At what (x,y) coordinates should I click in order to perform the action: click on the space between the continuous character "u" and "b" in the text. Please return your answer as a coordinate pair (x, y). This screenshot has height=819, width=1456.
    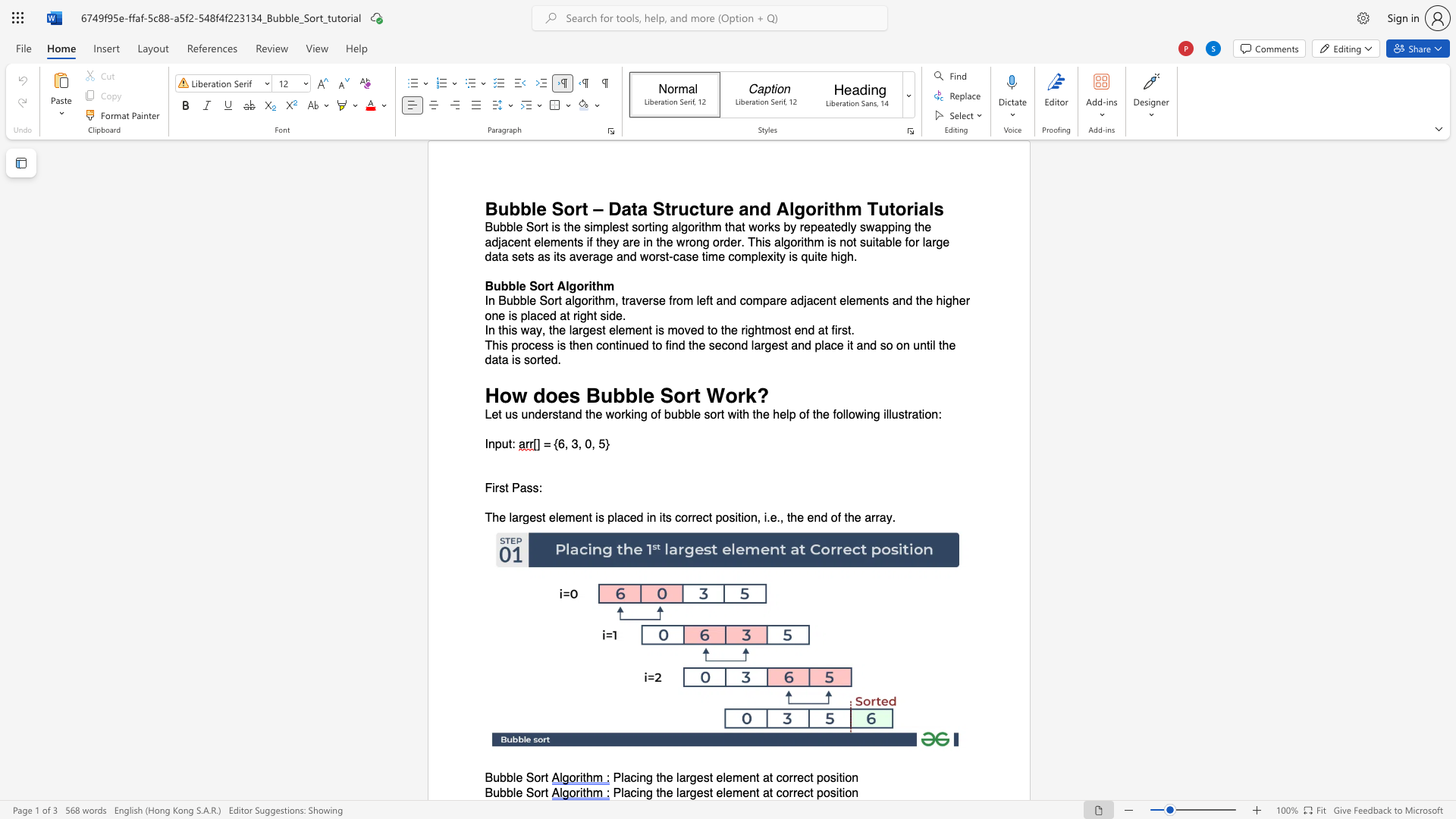
    Looking at the image, I should click on (500, 792).